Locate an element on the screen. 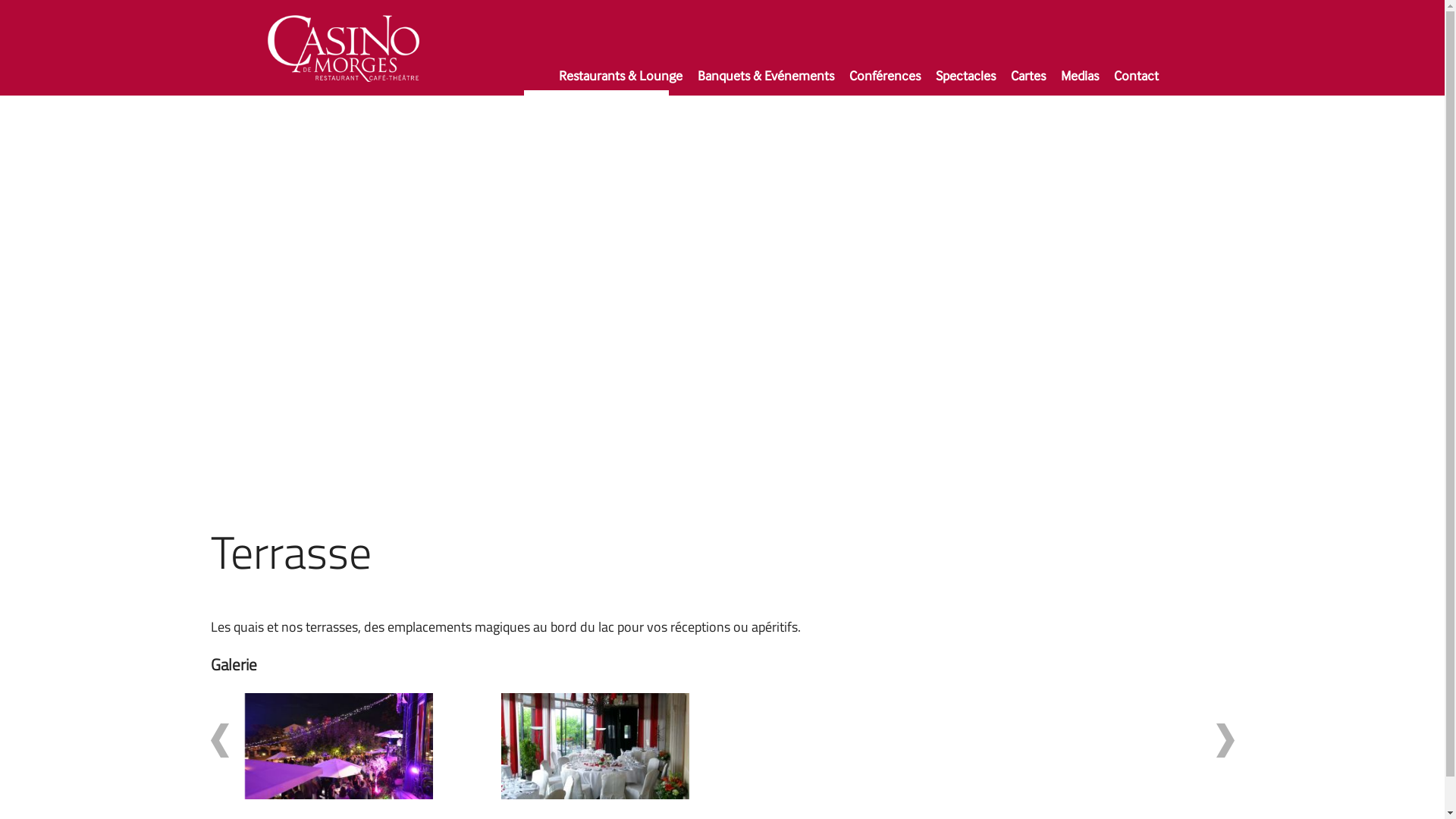 The width and height of the screenshot is (1456, 819). 'Medias' is located at coordinates (1079, 82).